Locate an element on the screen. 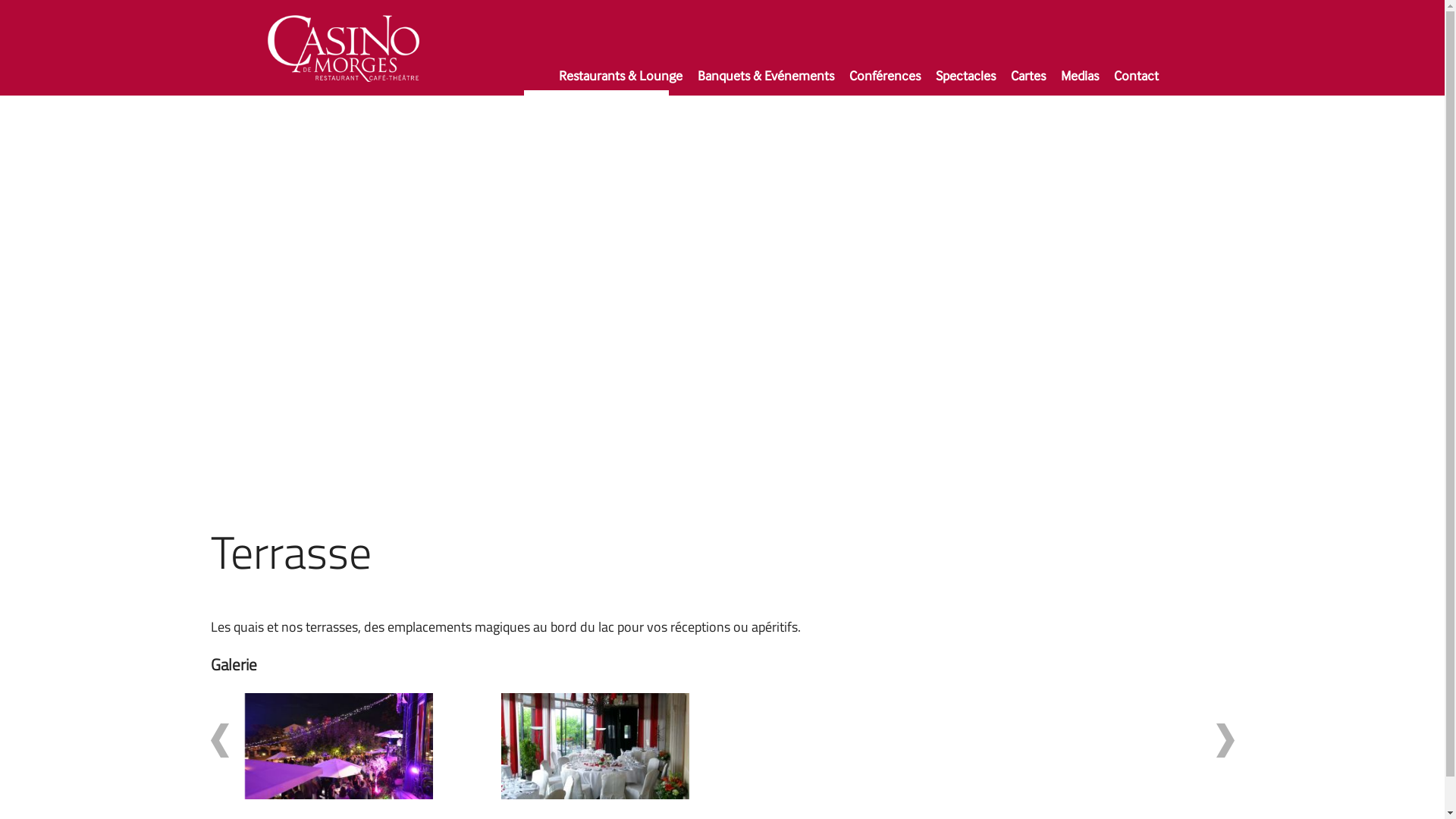 The width and height of the screenshot is (1456, 819). 'Medias' is located at coordinates (1079, 82).